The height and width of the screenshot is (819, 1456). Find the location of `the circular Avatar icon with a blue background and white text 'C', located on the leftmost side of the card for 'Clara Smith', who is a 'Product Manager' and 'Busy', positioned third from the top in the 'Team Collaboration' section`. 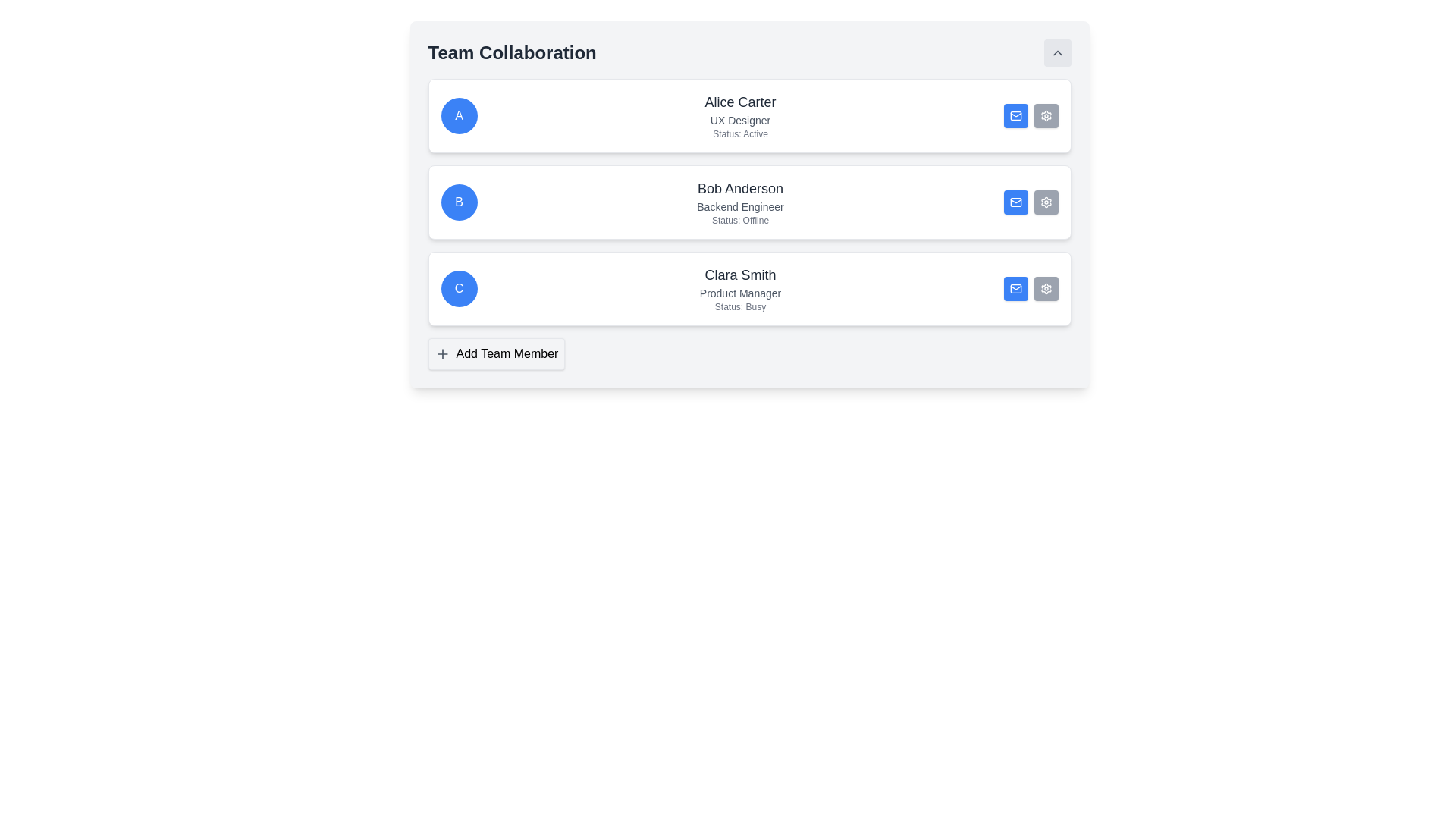

the circular Avatar icon with a blue background and white text 'C', located on the leftmost side of the card for 'Clara Smith', who is a 'Product Manager' and 'Busy', positioned third from the top in the 'Team Collaboration' section is located at coordinates (458, 289).